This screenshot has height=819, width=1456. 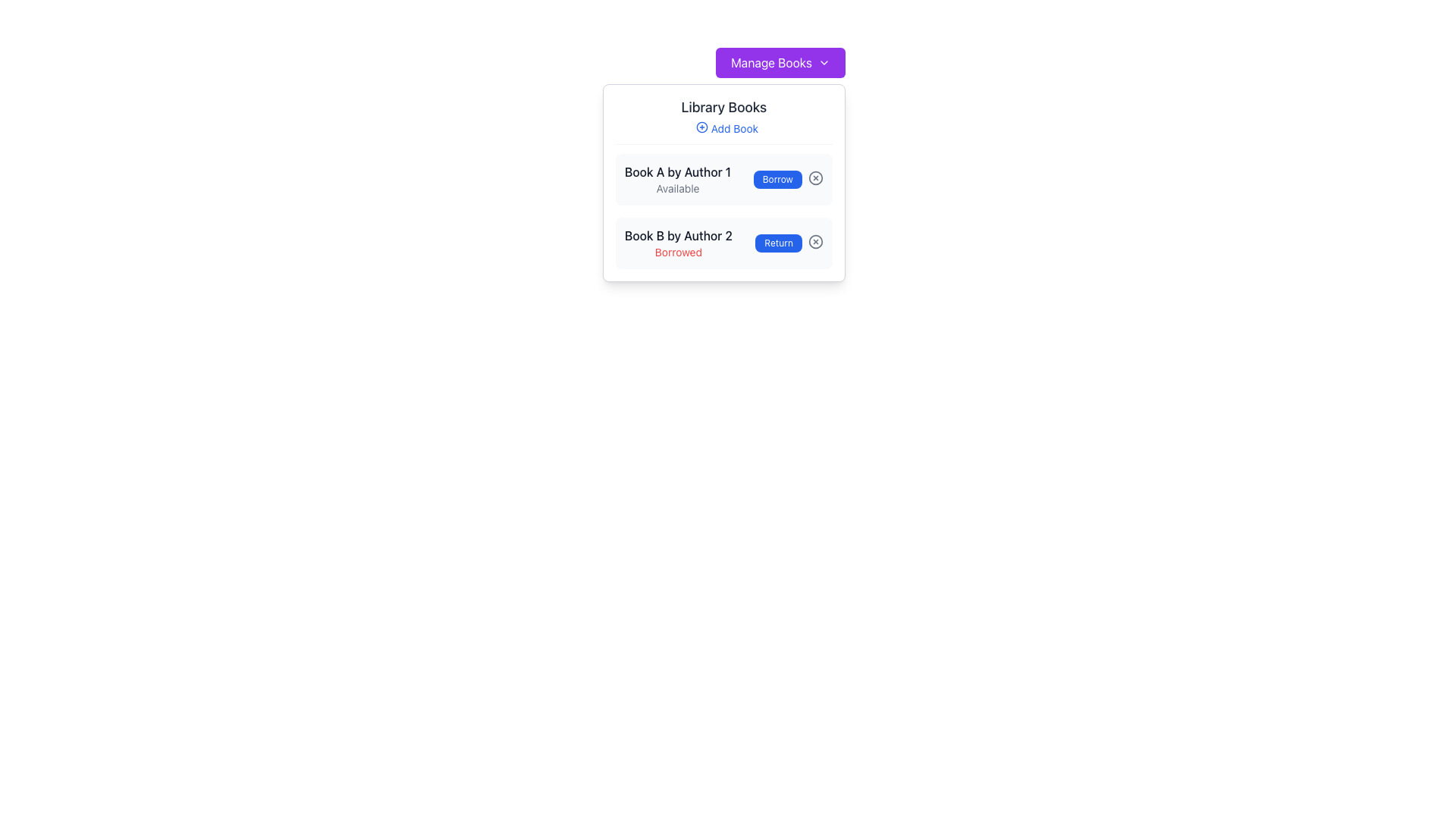 I want to click on the circular 'Return' icon associated with 'Book B by Author 2' in the 'Library Books' section, so click(x=814, y=241).